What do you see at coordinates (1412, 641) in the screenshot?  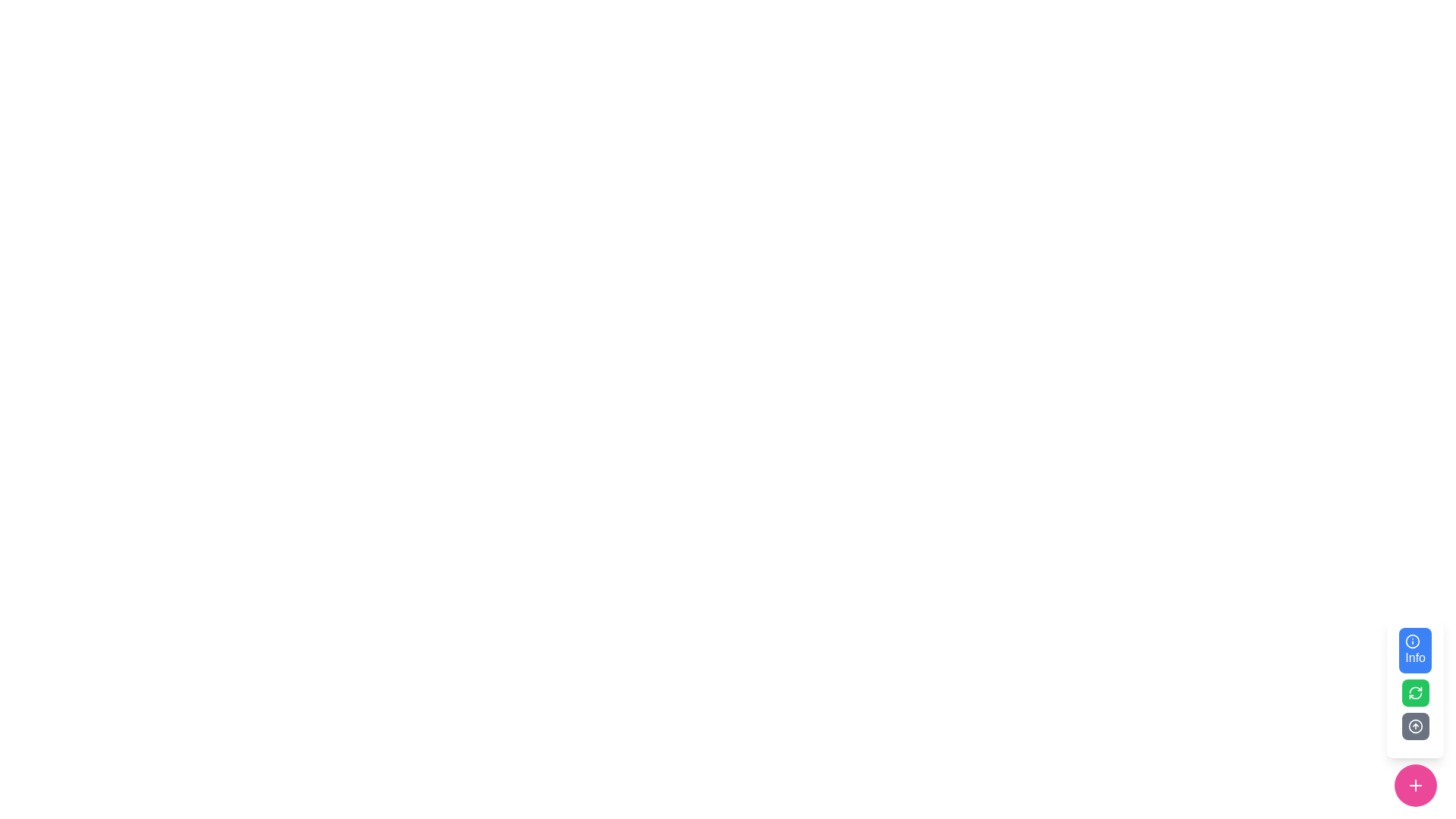 I see `the 'Info' button represented by an SVG-based icon, located on the right side of the interface, above the '+' button` at bounding box center [1412, 641].